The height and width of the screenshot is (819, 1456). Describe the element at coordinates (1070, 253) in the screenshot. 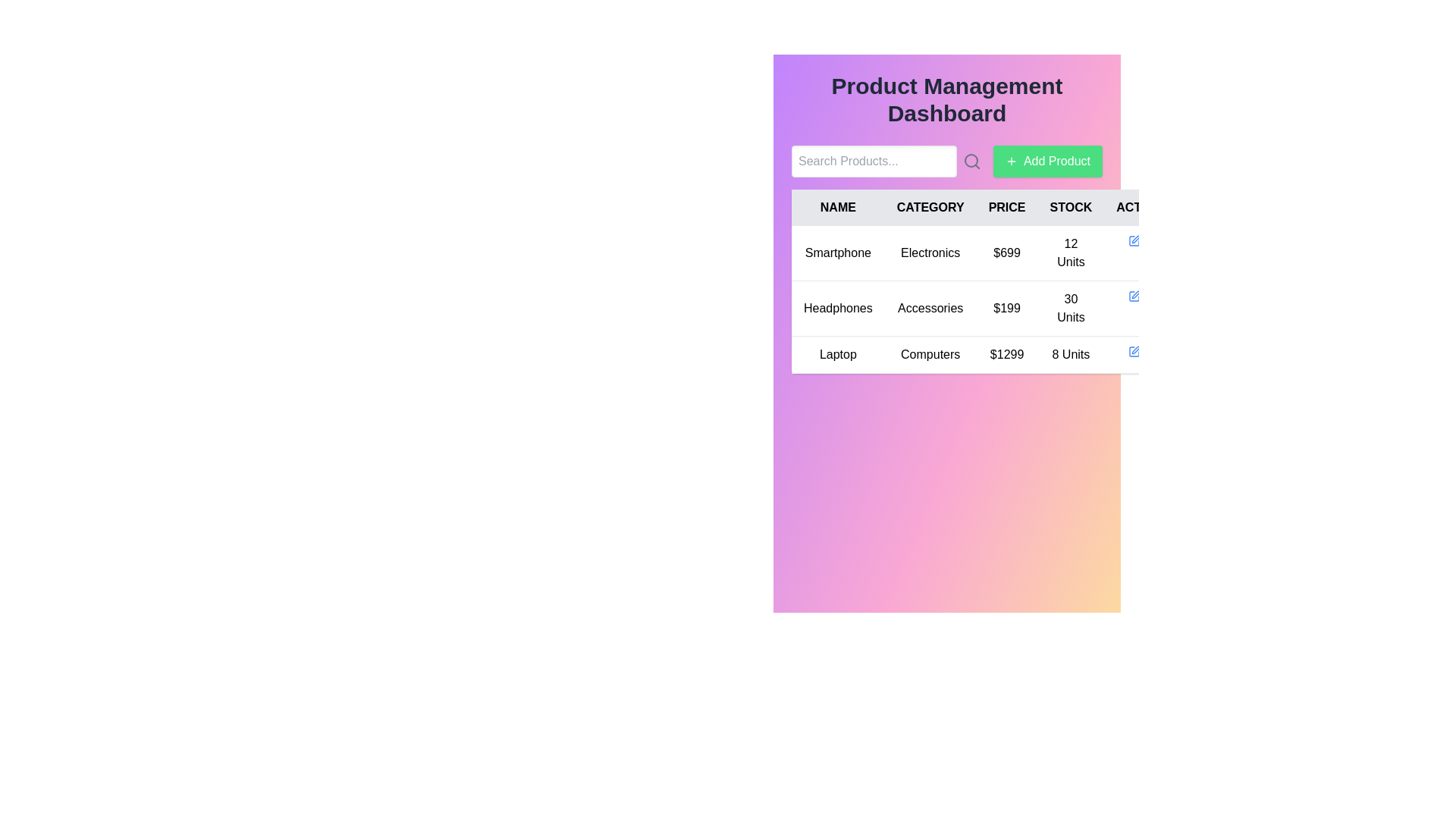

I see `the static text label displaying '12 Units' under the 'STOCK' column in the Product Management Dashboard` at that location.